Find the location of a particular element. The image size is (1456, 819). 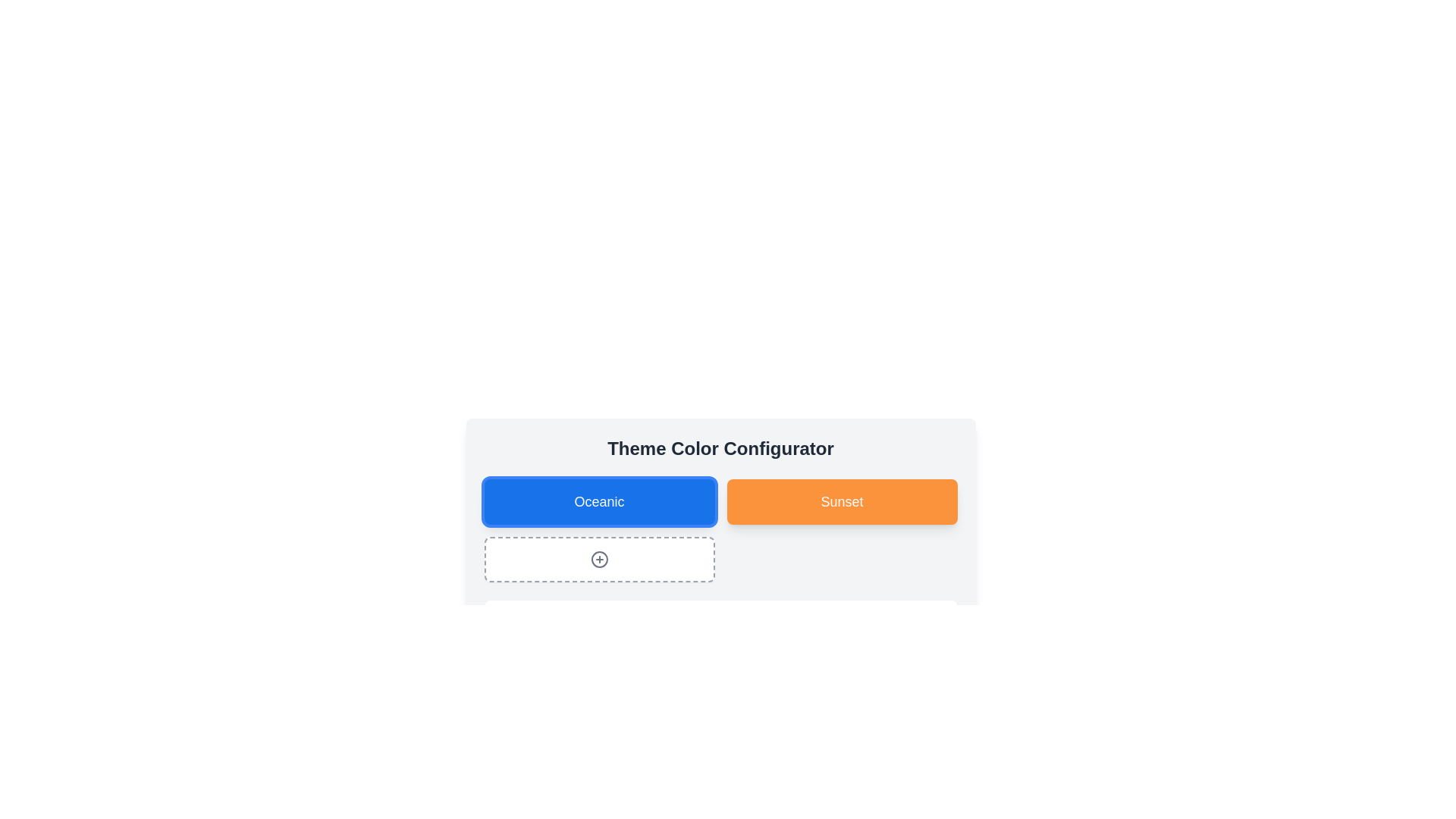

the circular icon button with a plus sign in its center, located below the 'Oceanic' and 'Sunset' buttons is located at coordinates (598, 559).